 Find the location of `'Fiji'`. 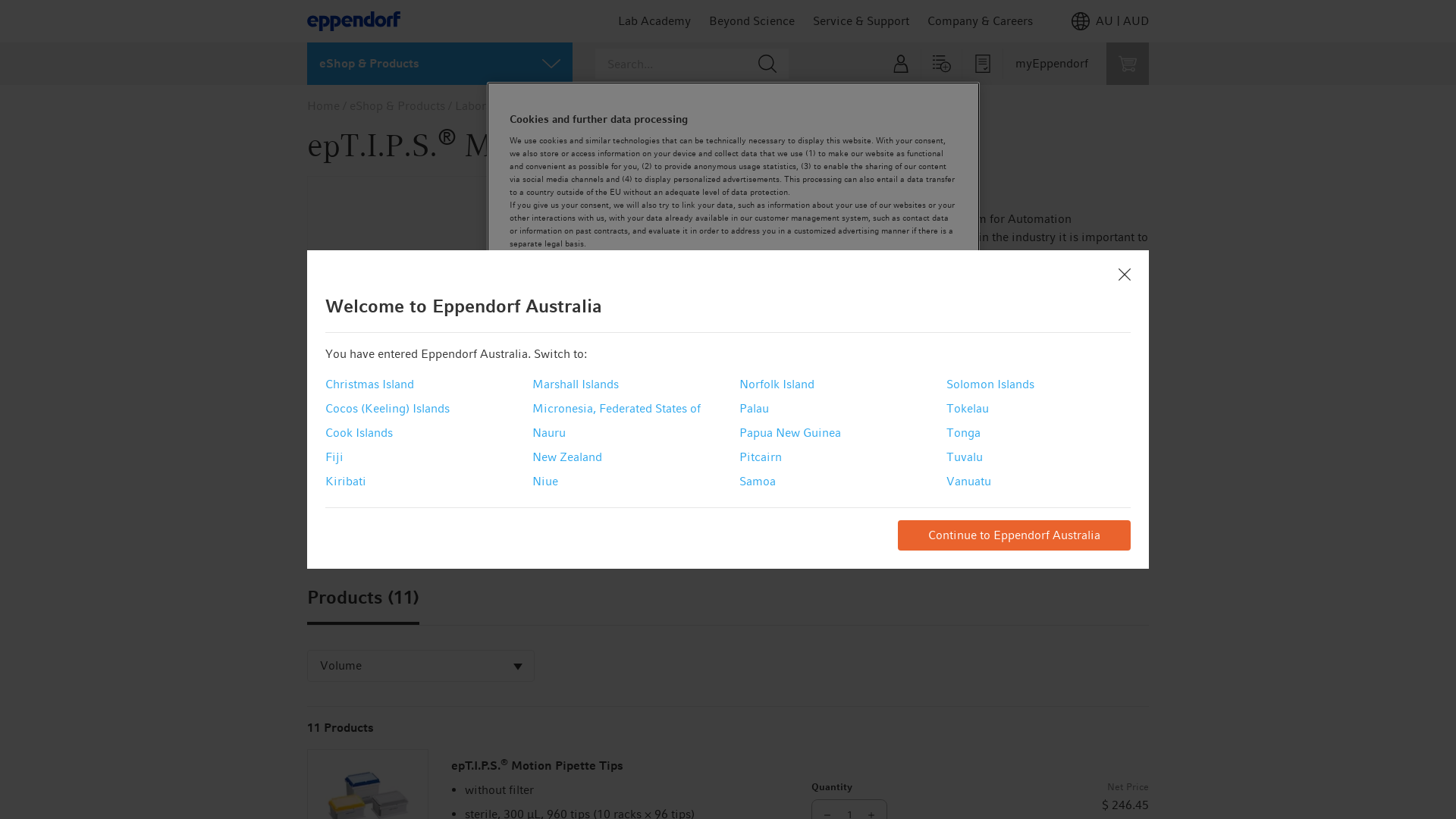

'Fiji' is located at coordinates (324, 456).